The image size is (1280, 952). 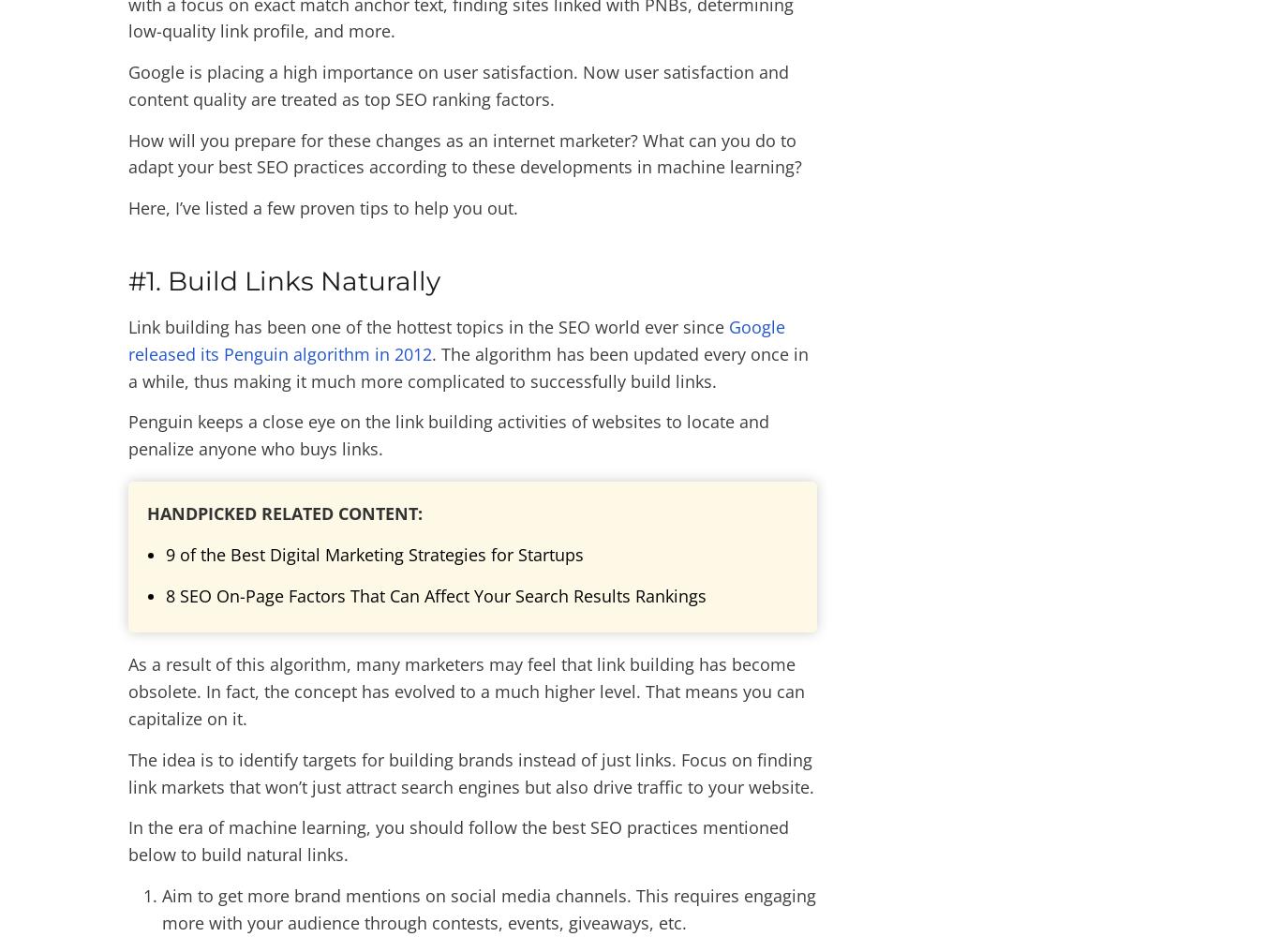 I want to click on '#1. Build Links Naturally', so click(x=284, y=280).